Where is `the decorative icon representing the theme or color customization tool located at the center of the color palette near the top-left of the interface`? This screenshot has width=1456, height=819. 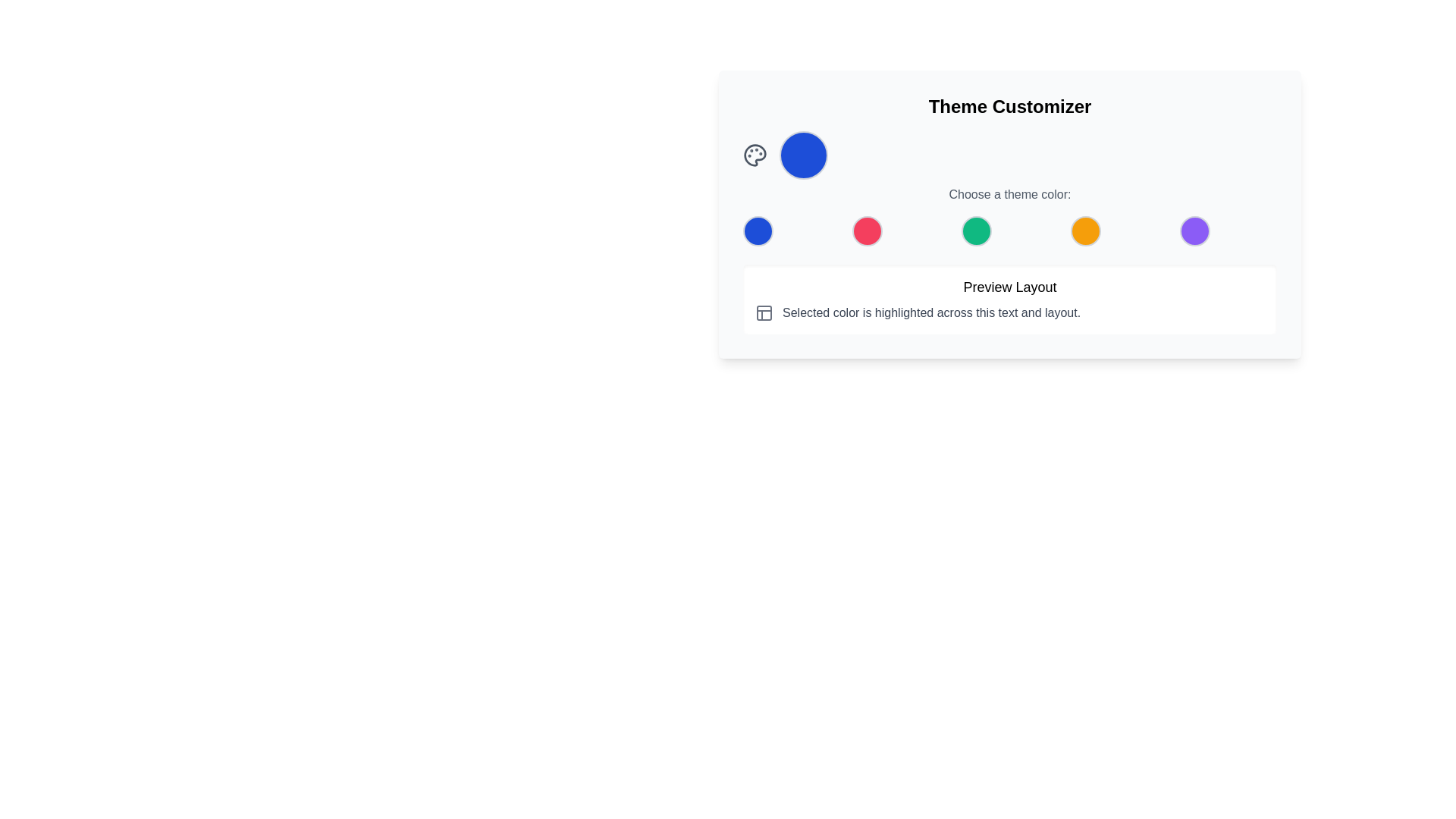 the decorative icon representing the theme or color customization tool located at the center of the color palette near the top-left of the interface is located at coordinates (755, 155).